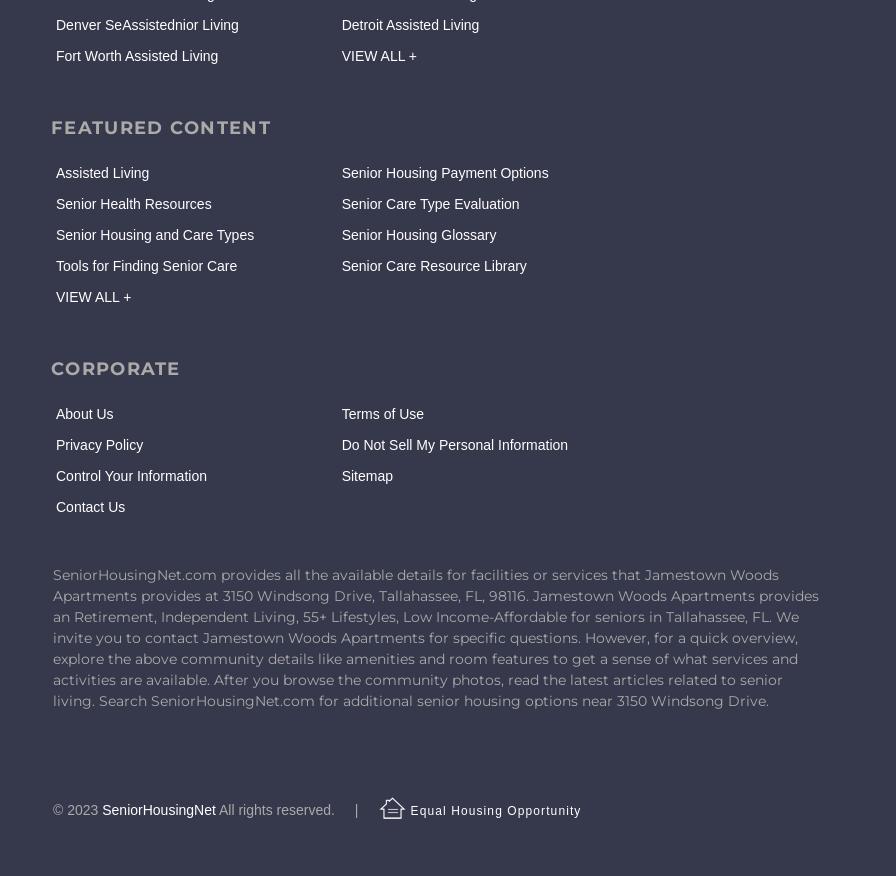  What do you see at coordinates (114, 367) in the screenshot?
I see `'CORPORATE'` at bounding box center [114, 367].